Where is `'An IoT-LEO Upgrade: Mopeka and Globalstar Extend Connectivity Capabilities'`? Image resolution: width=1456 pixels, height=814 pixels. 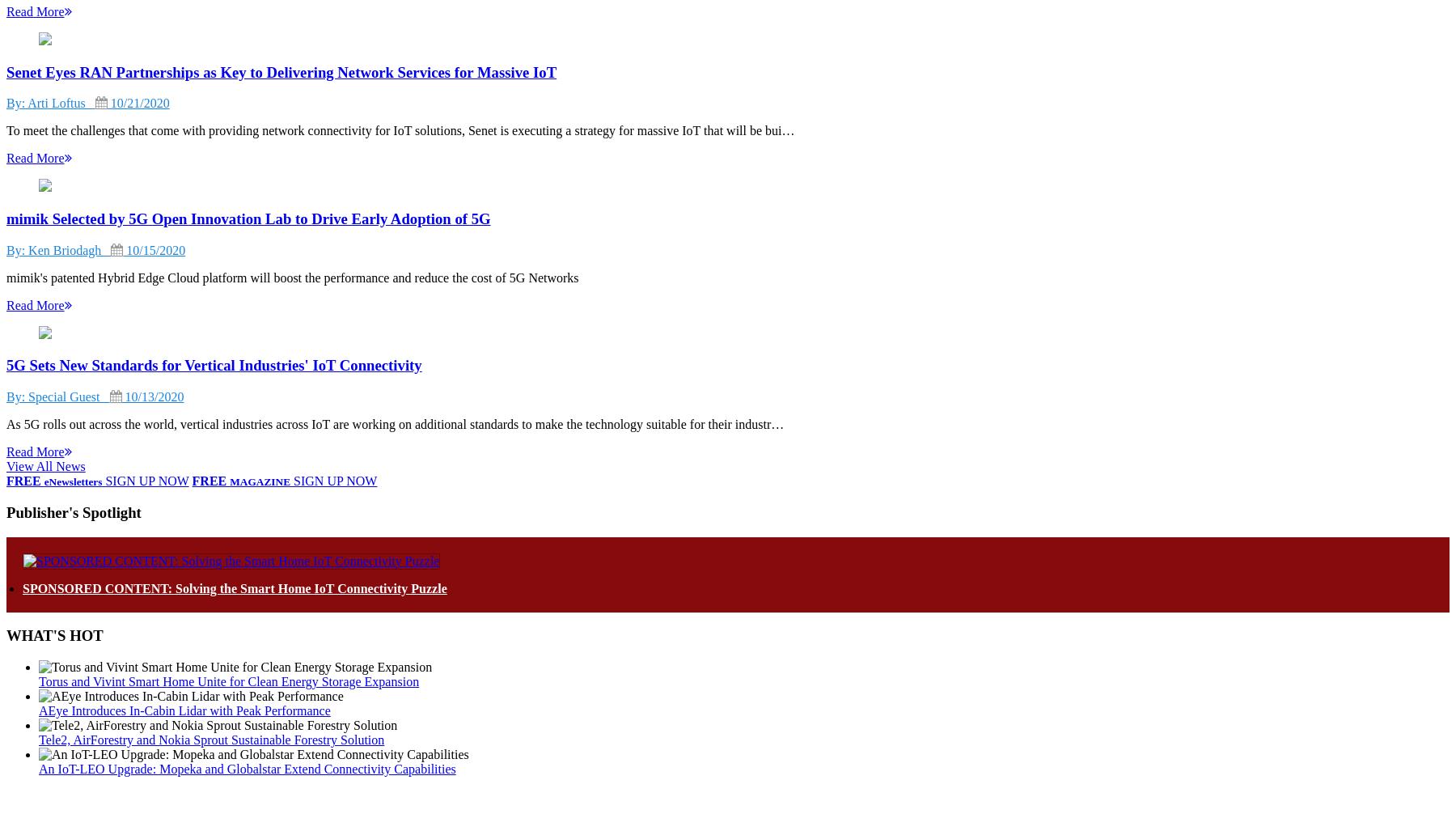
'An IoT-LEO Upgrade: Mopeka and Globalstar Extend Connectivity Capabilities' is located at coordinates (246, 768).